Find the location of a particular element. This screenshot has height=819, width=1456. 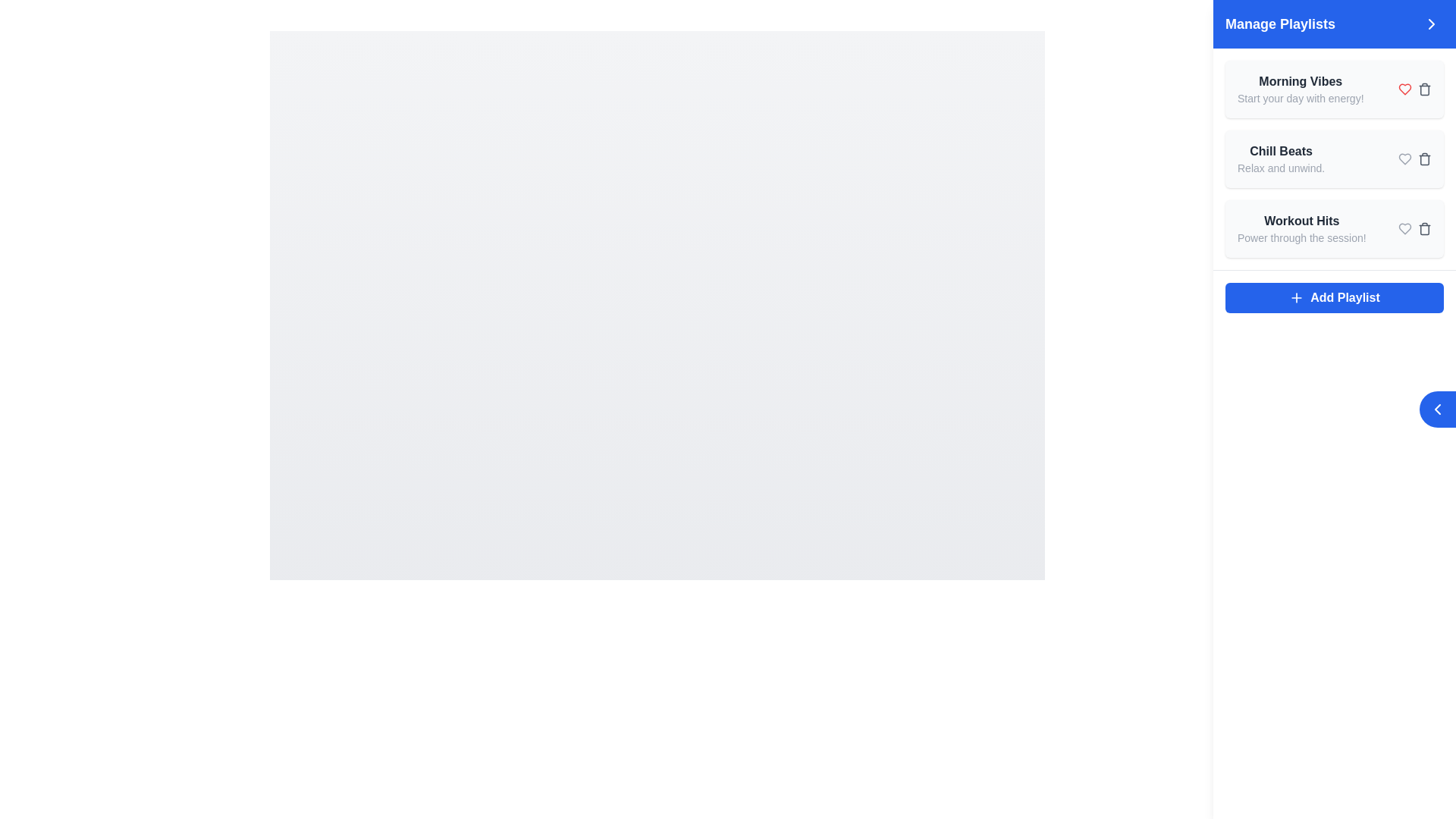

the delete button for the 'Workout Hits' playlist located in the right-side column under 'Manage Playlists' to change its color to blue is located at coordinates (1423, 228).